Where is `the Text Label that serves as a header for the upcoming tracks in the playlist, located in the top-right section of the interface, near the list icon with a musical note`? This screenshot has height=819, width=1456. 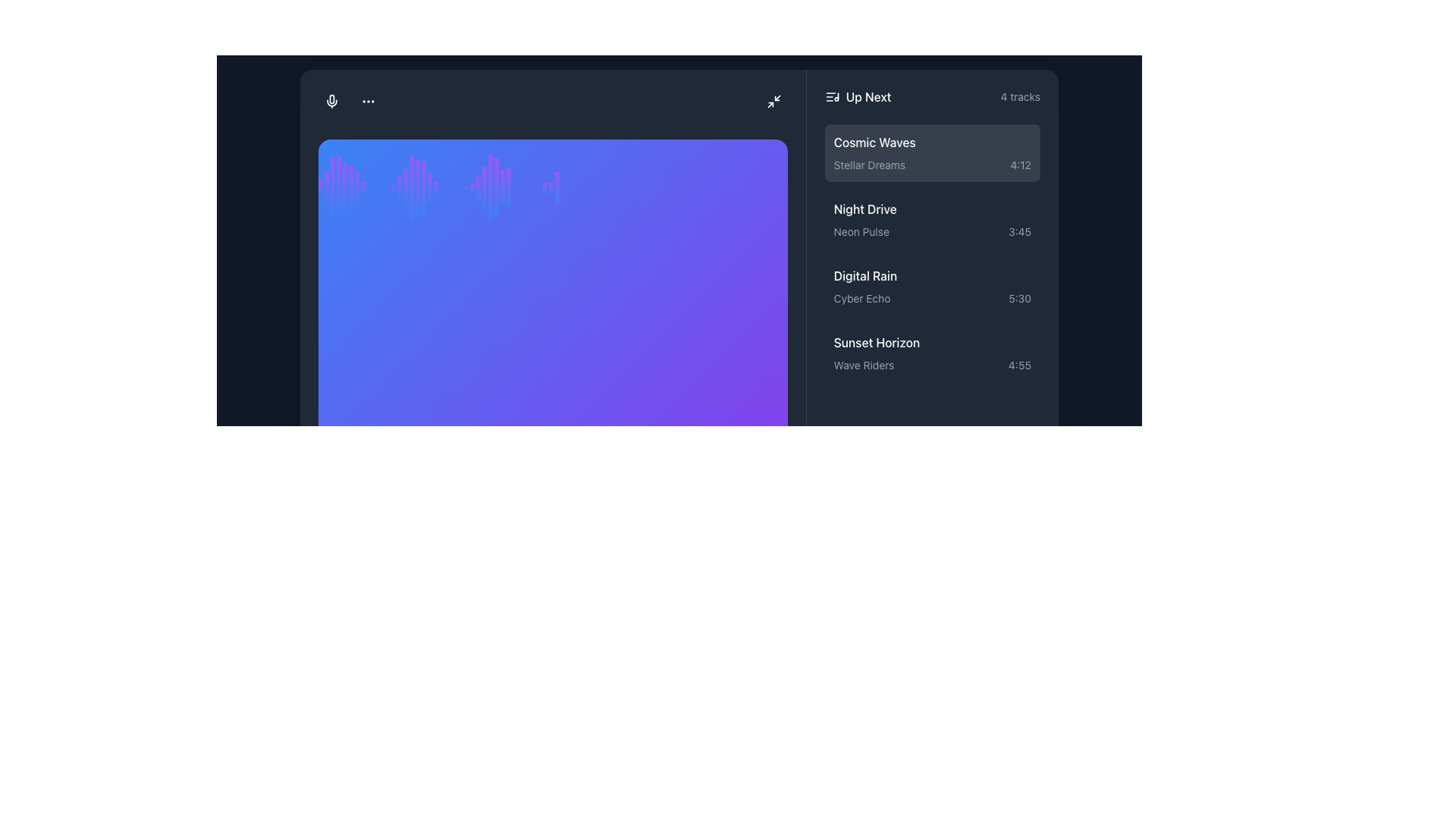
the Text Label that serves as a header for the upcoming tracks in the playlist, located in the top-right section of the interface, near the list icon with a musical note is located at coordinates (868, 96).